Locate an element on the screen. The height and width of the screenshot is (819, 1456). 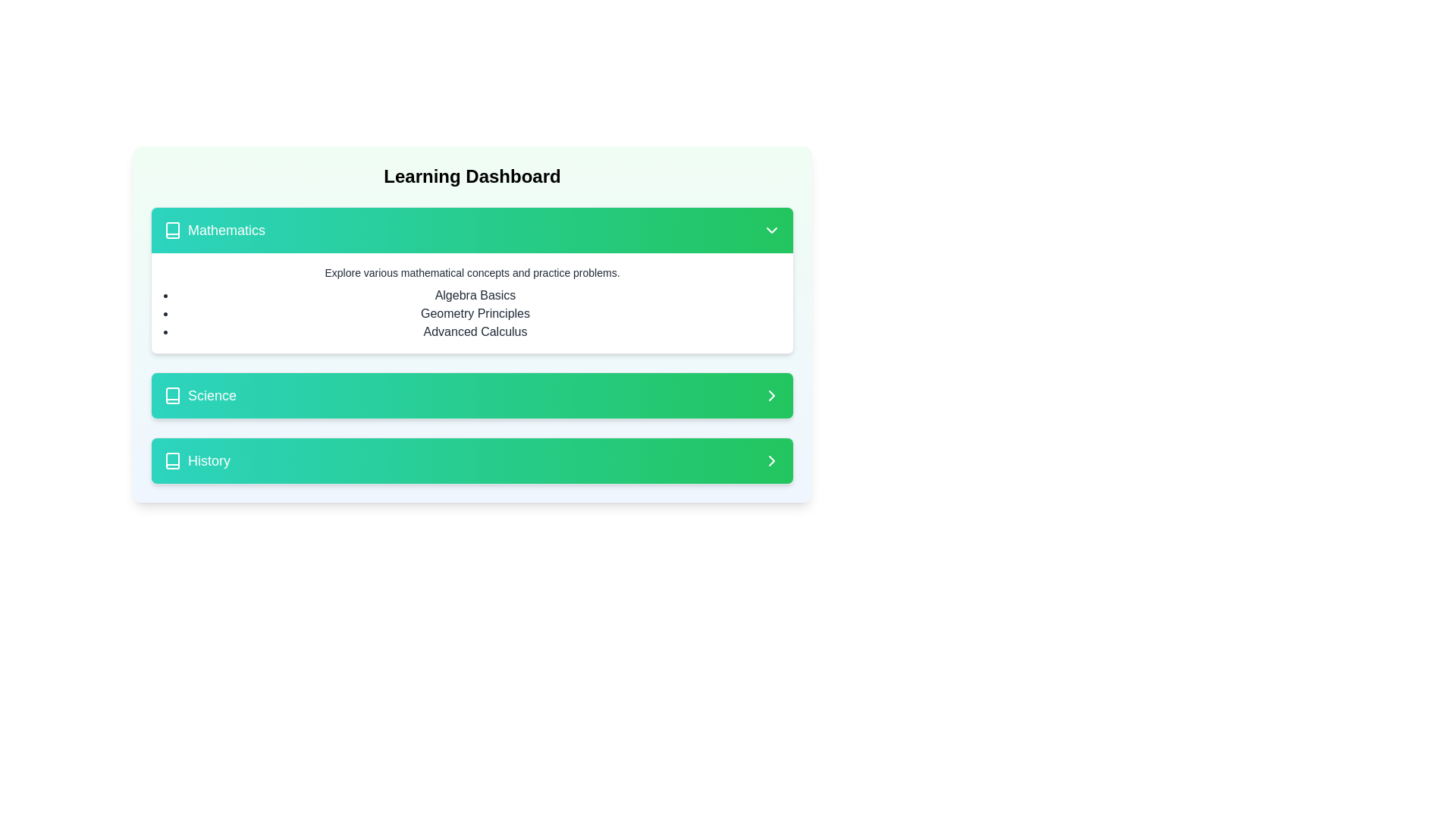
the right-pointing Chevron icon located in the 'History' section of the Learning Dashboard is located at coordinates (771, 460).